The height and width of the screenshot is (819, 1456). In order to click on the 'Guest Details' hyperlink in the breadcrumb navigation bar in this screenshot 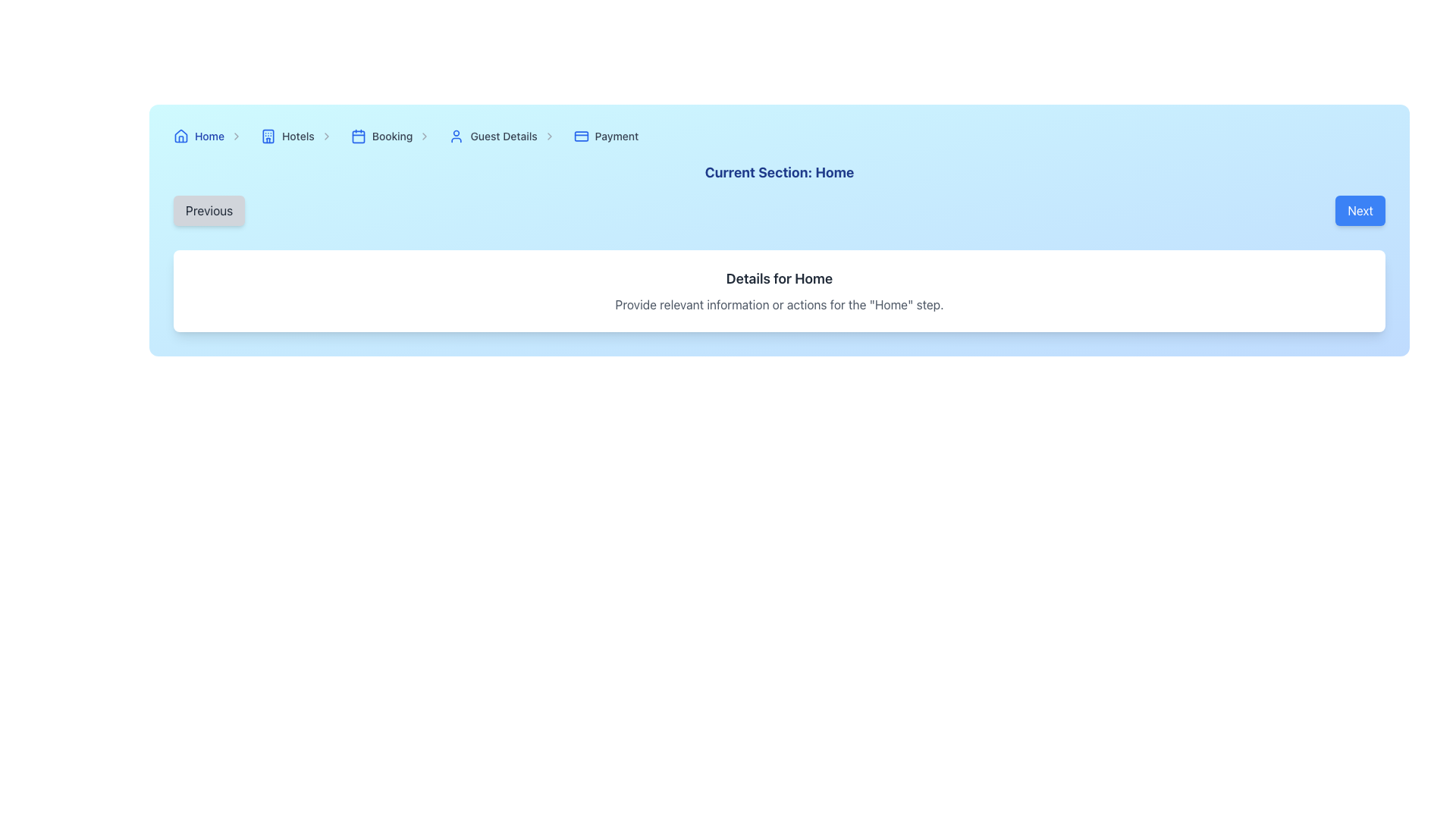, I will do `click(504, 136)`.